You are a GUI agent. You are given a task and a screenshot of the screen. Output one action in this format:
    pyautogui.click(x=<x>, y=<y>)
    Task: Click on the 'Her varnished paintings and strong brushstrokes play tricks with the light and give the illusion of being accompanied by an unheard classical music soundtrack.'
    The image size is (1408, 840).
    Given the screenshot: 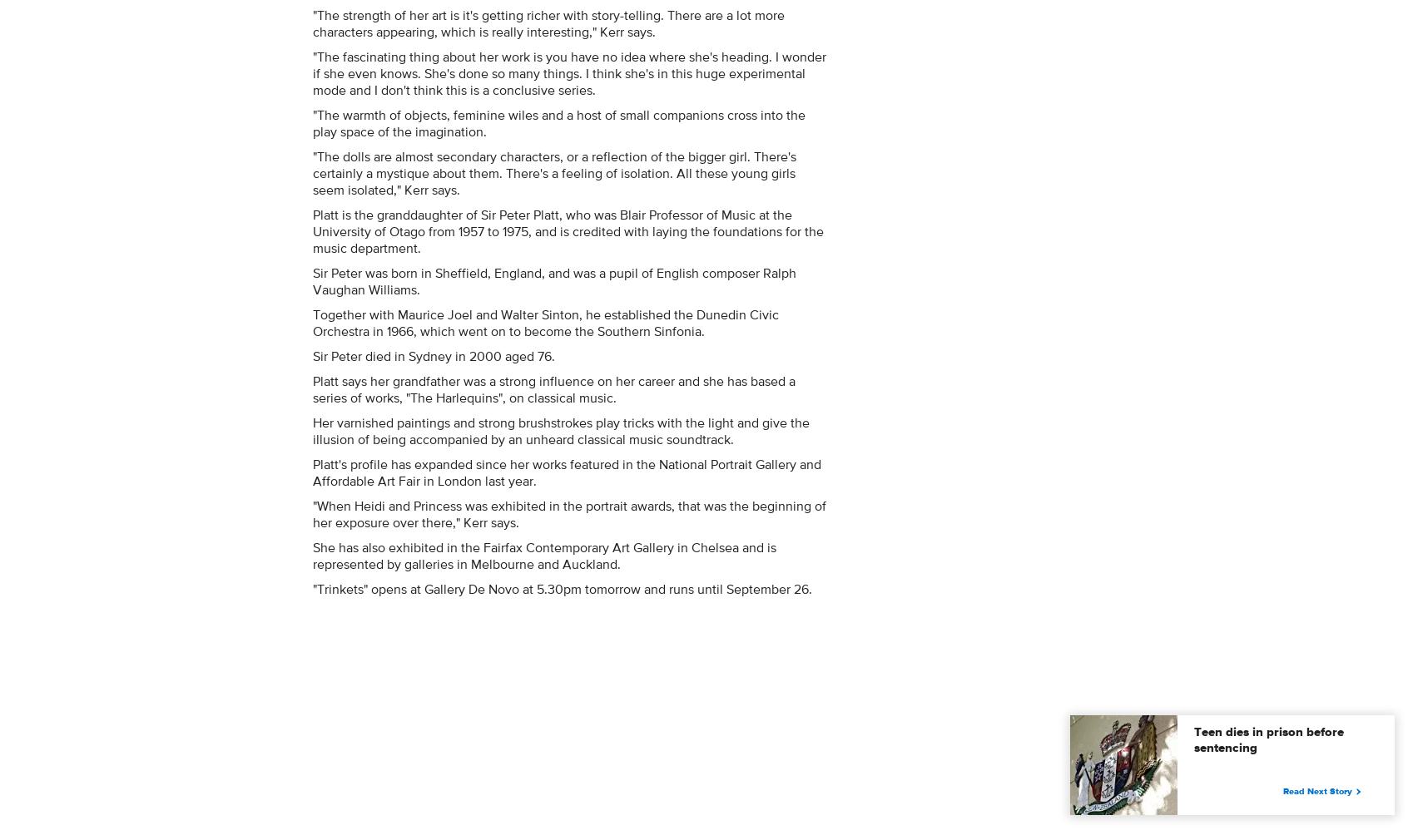 What is the action you would take?
    pyautogui.click(x=561, y=430)
    